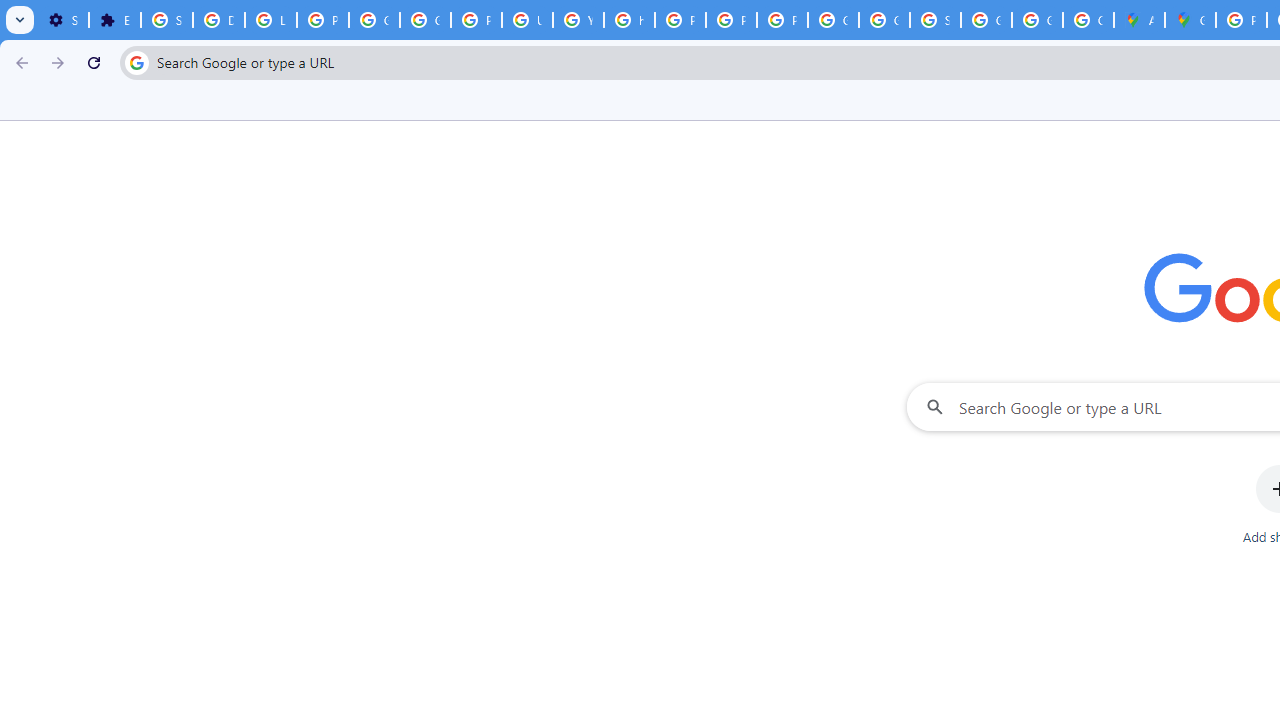 This screenshot has width=1280, height=720. What do you see at coordinates (577, 20) in the screenshot?
I see `'YouTube'` at bounding box center [577, 20].